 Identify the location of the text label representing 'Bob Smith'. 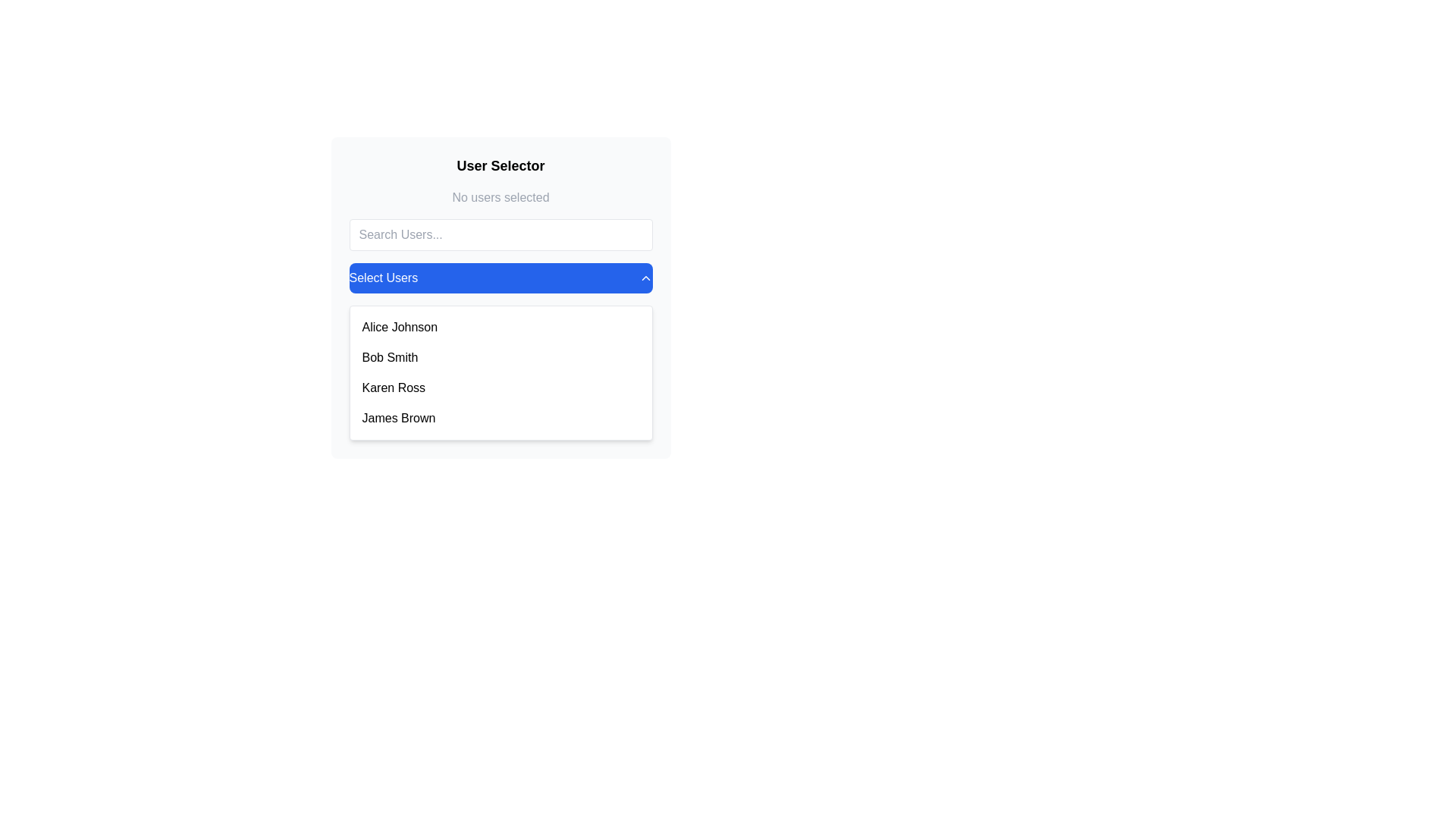
(390, 357).